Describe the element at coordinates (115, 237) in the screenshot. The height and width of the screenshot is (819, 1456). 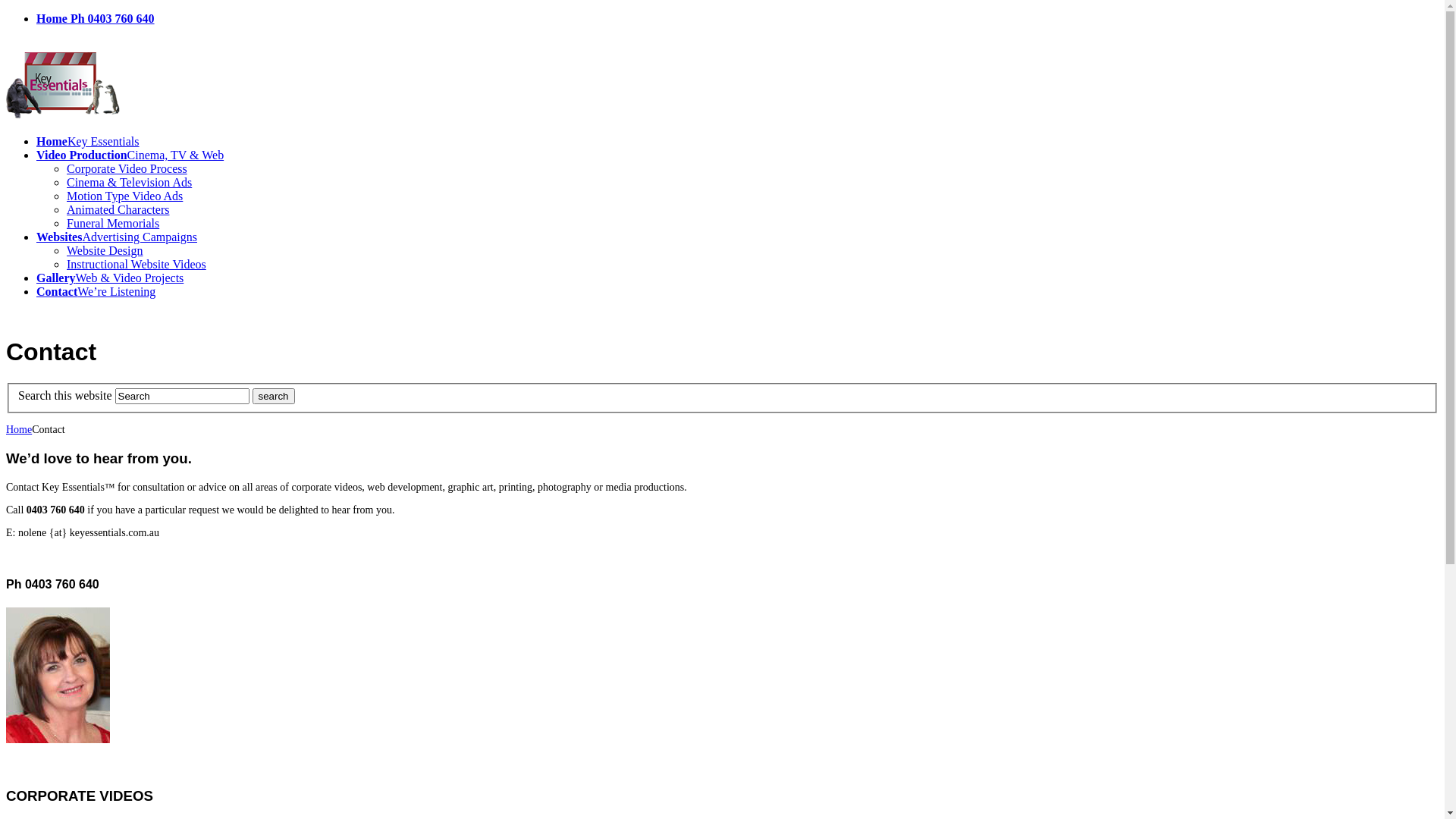
I see `'WebsitesAdvertising Campaigns'` at that location.